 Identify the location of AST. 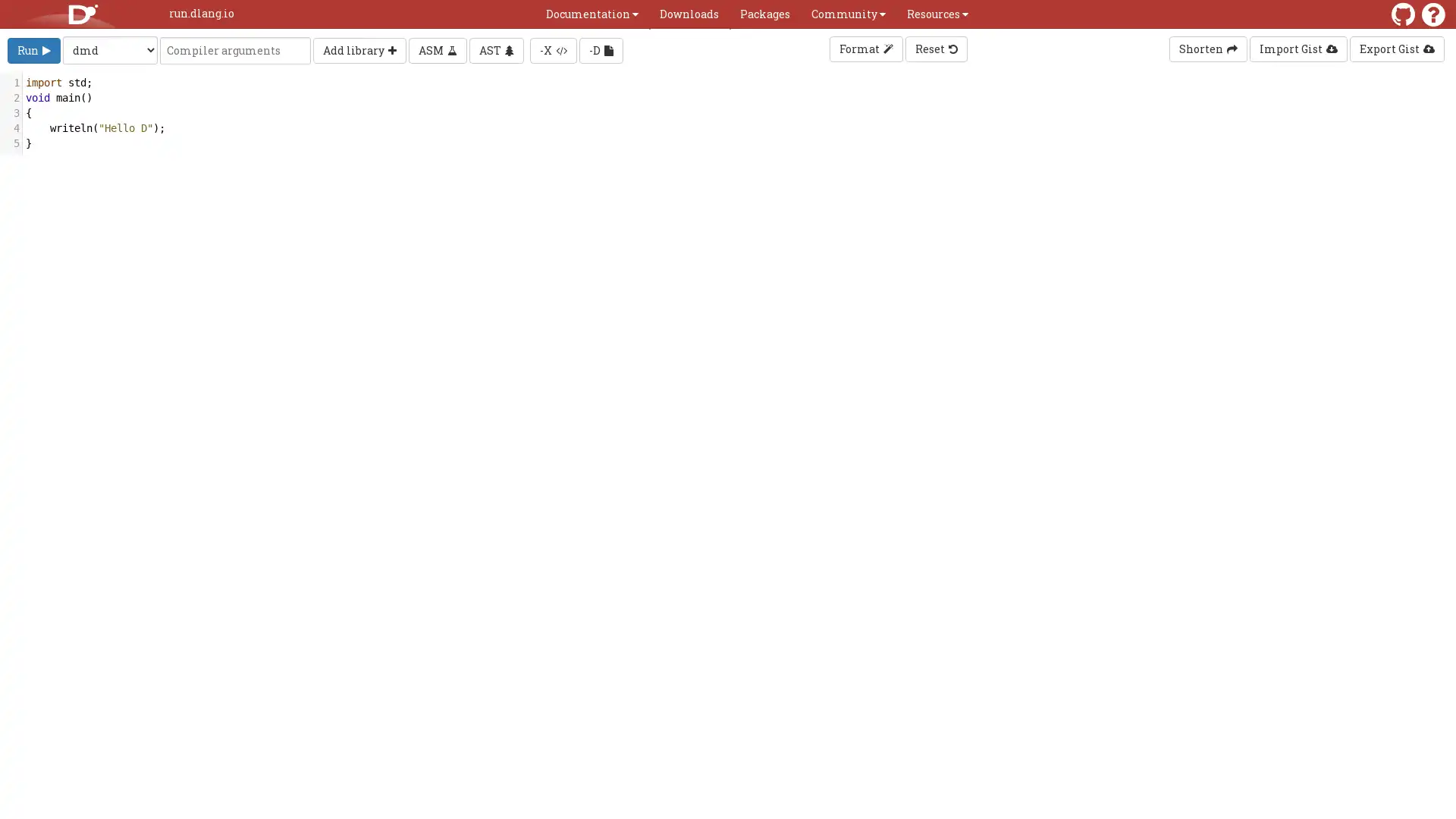
(496, 49).